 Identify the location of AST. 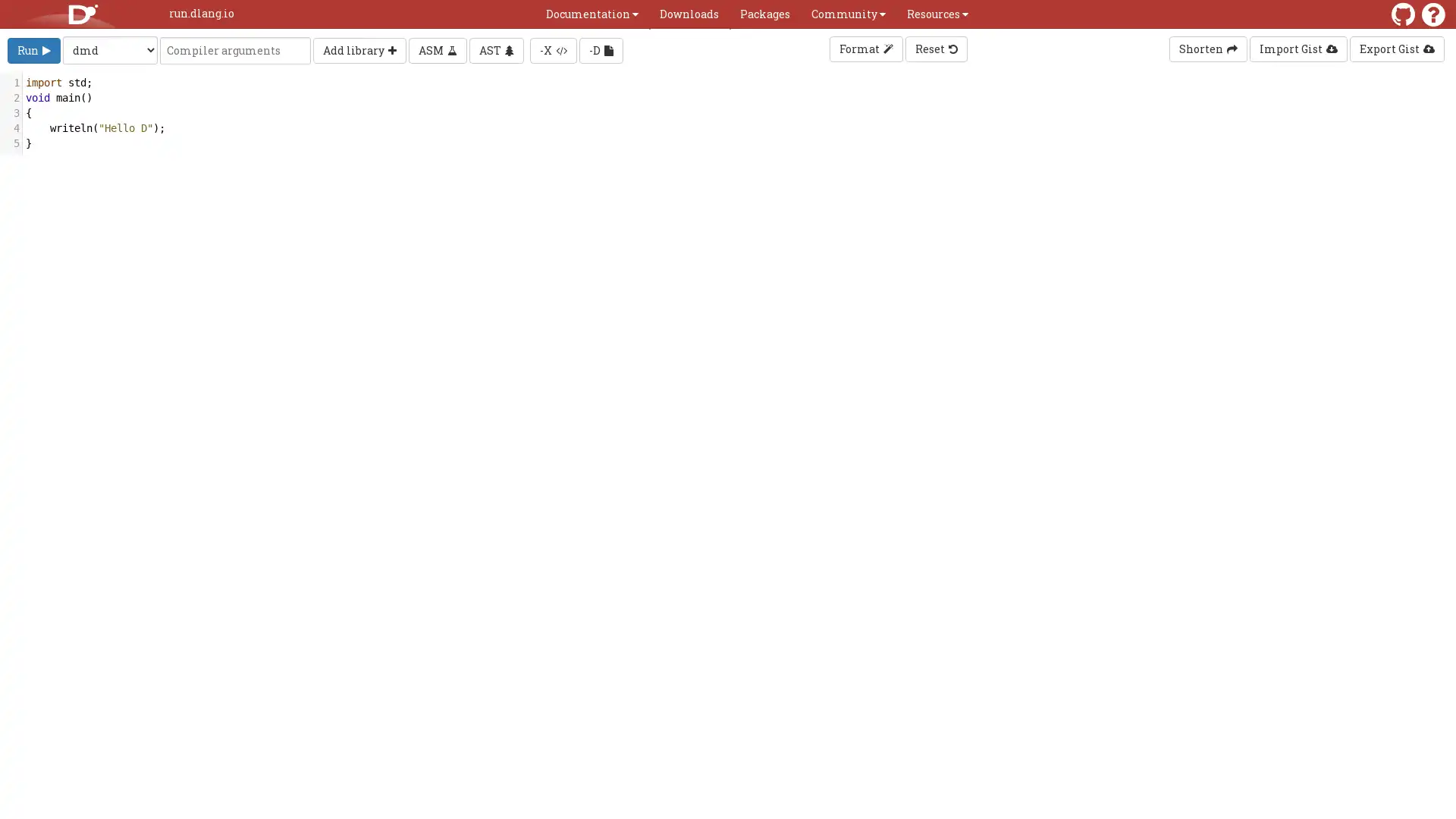
(496, 49).